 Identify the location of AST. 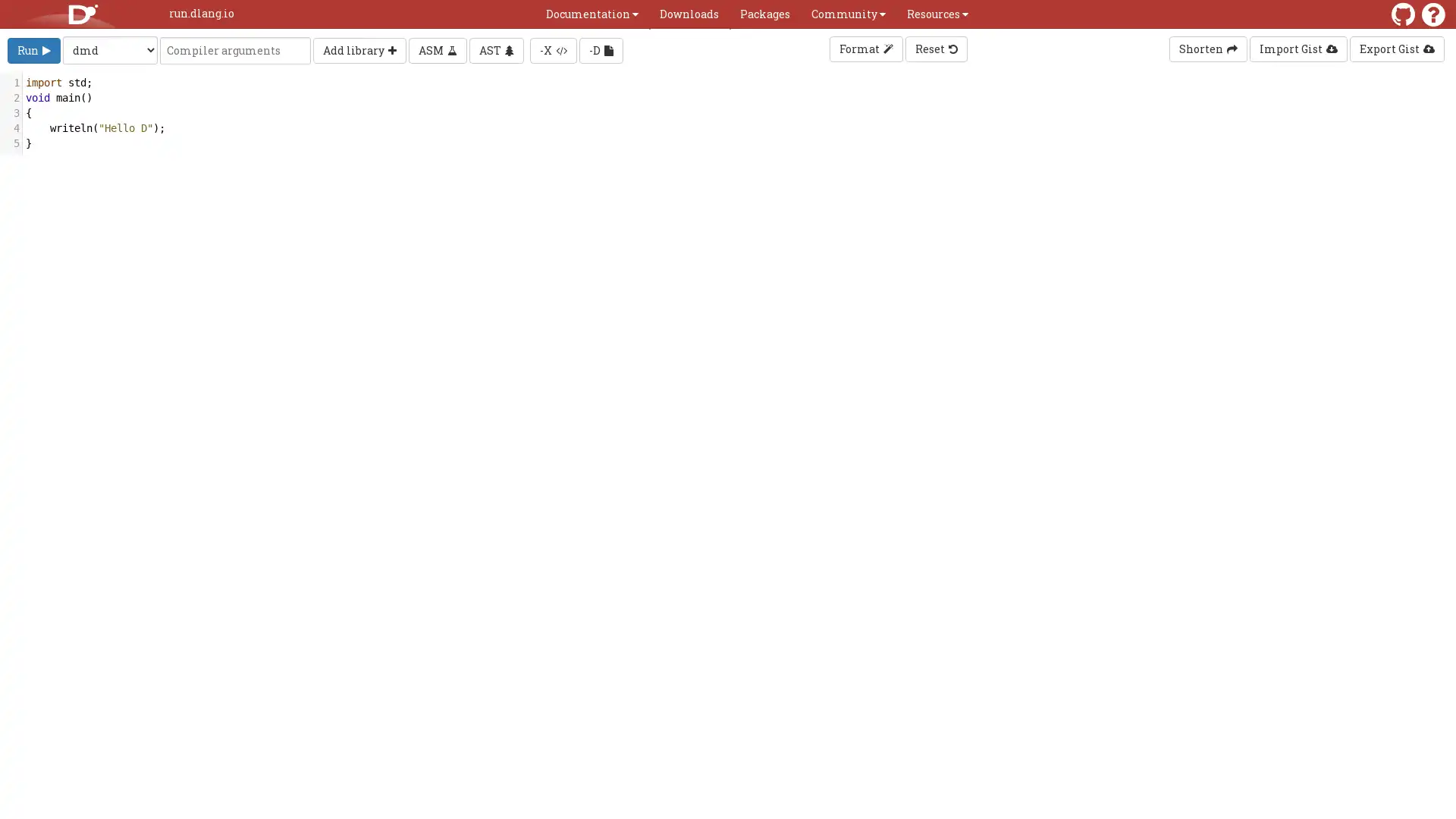
(496, 49).